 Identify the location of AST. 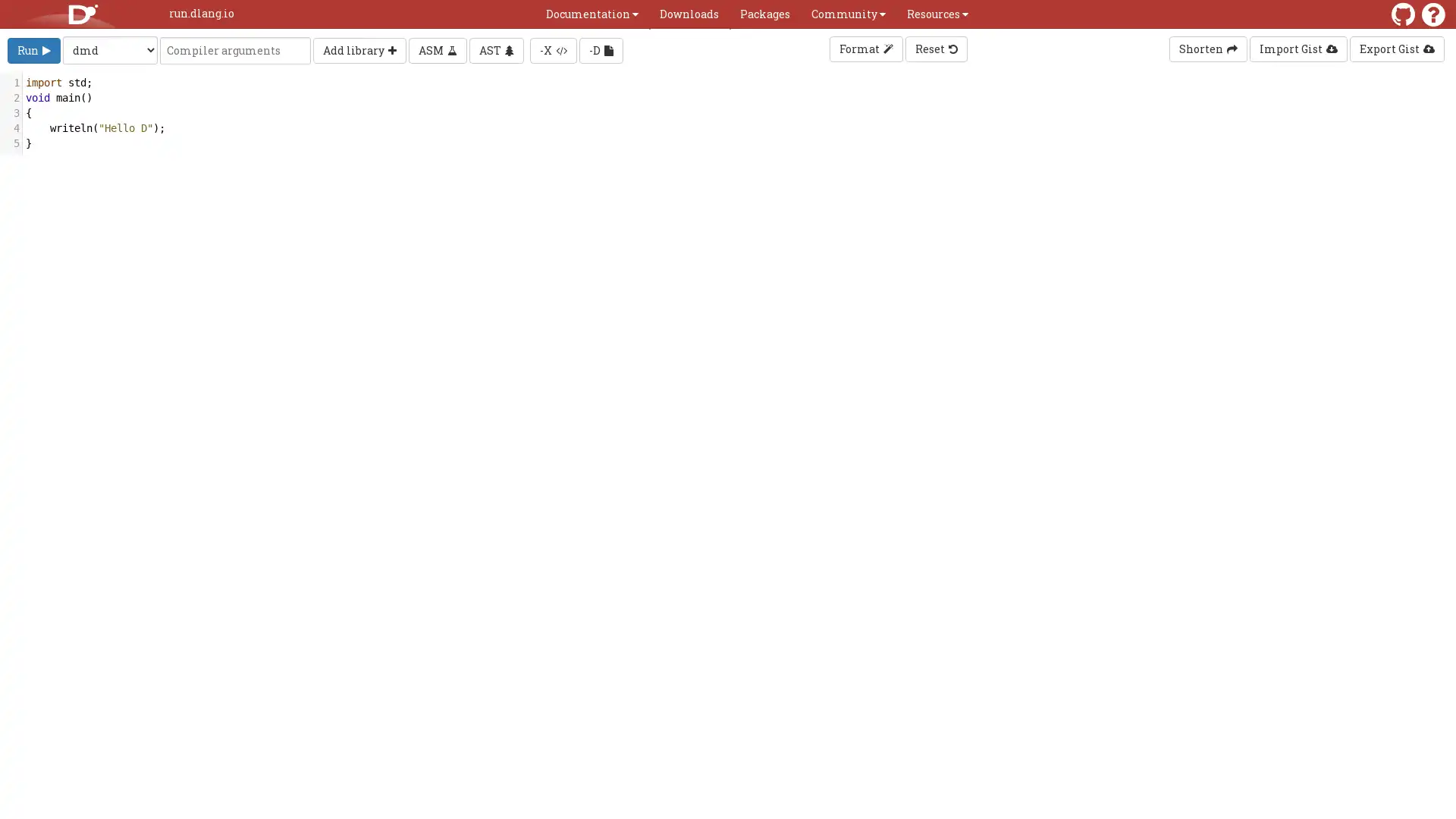
(496, 49).